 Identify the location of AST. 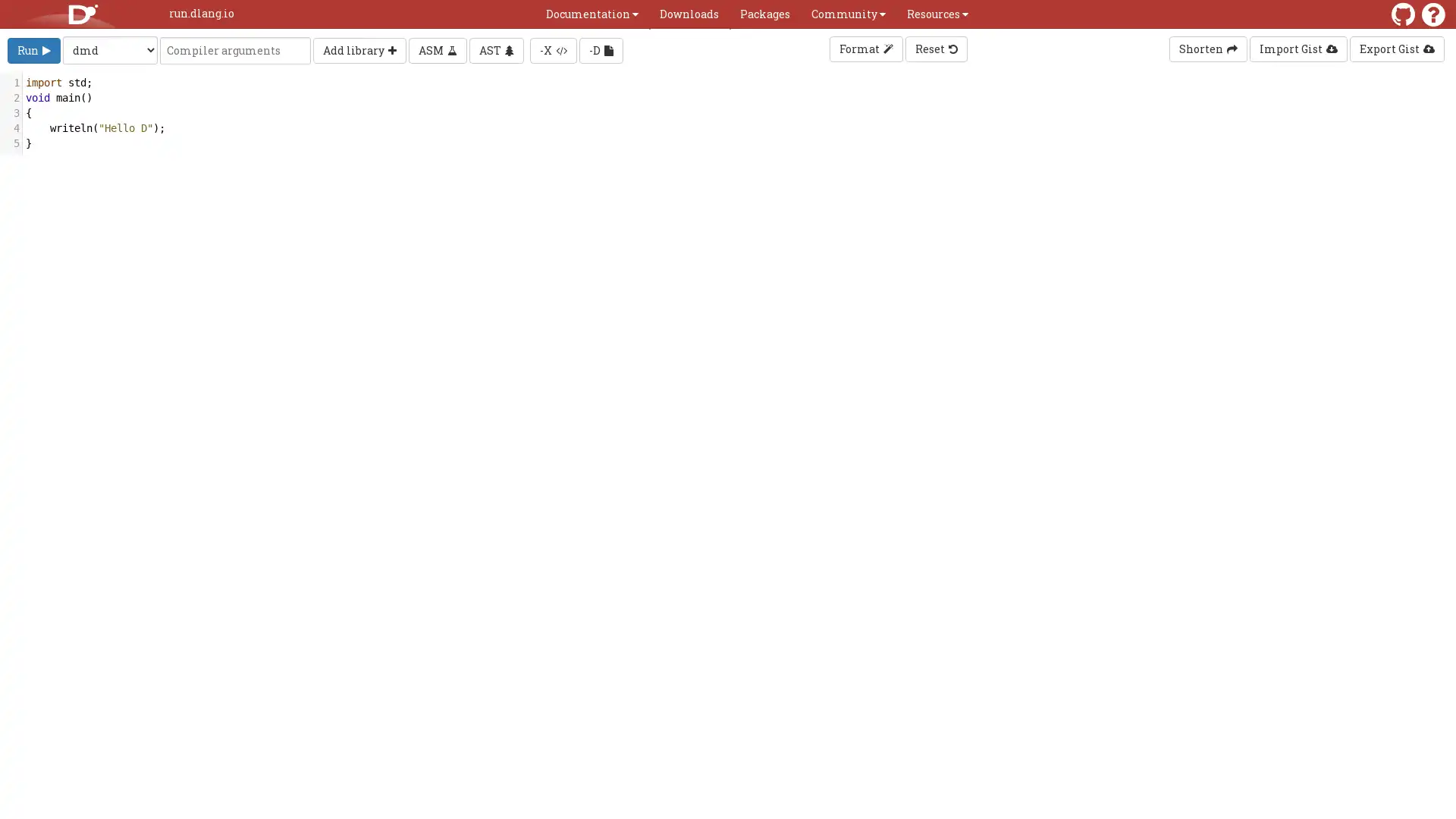
(496, 49).